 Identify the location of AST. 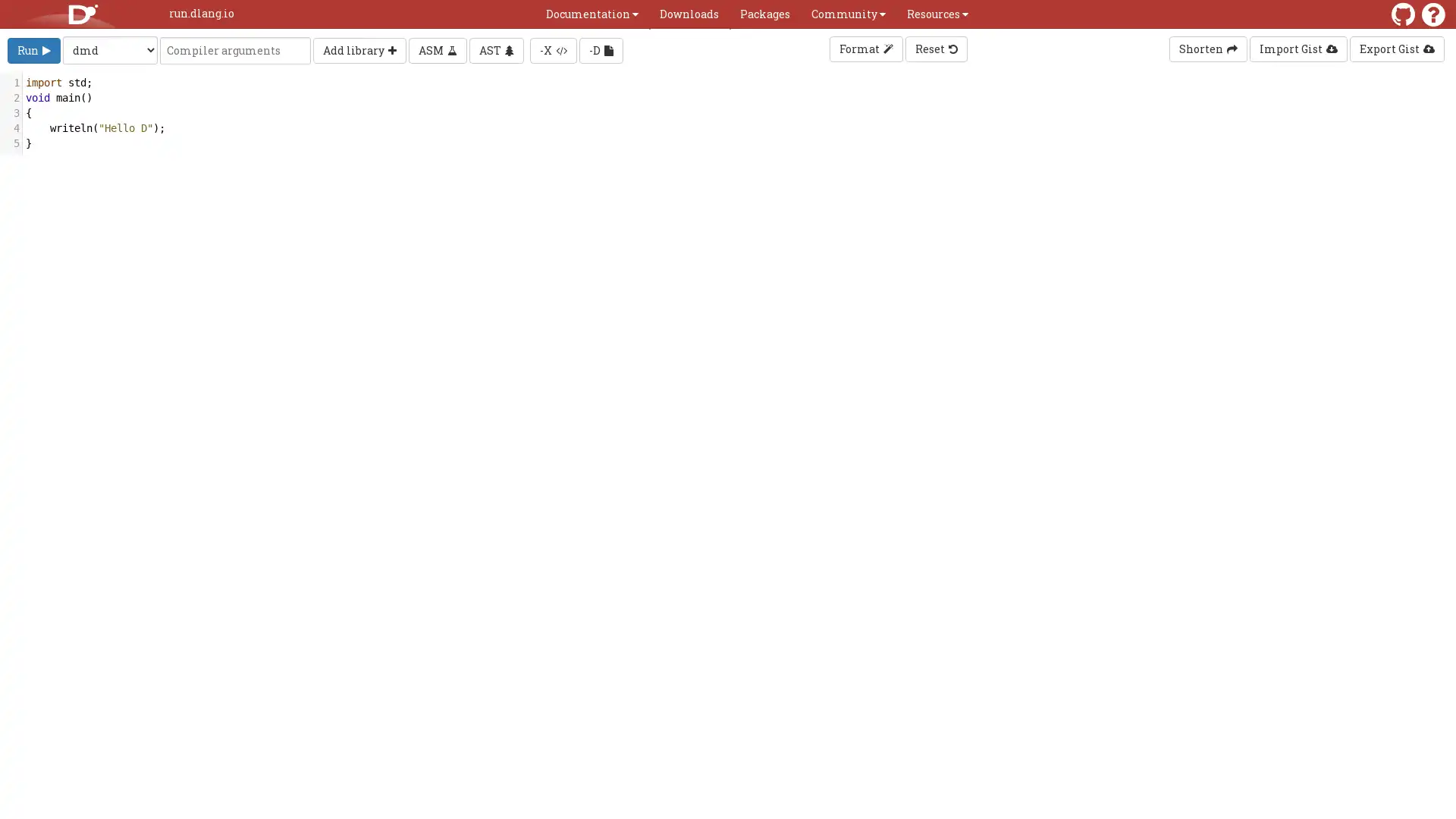
(496, 49).